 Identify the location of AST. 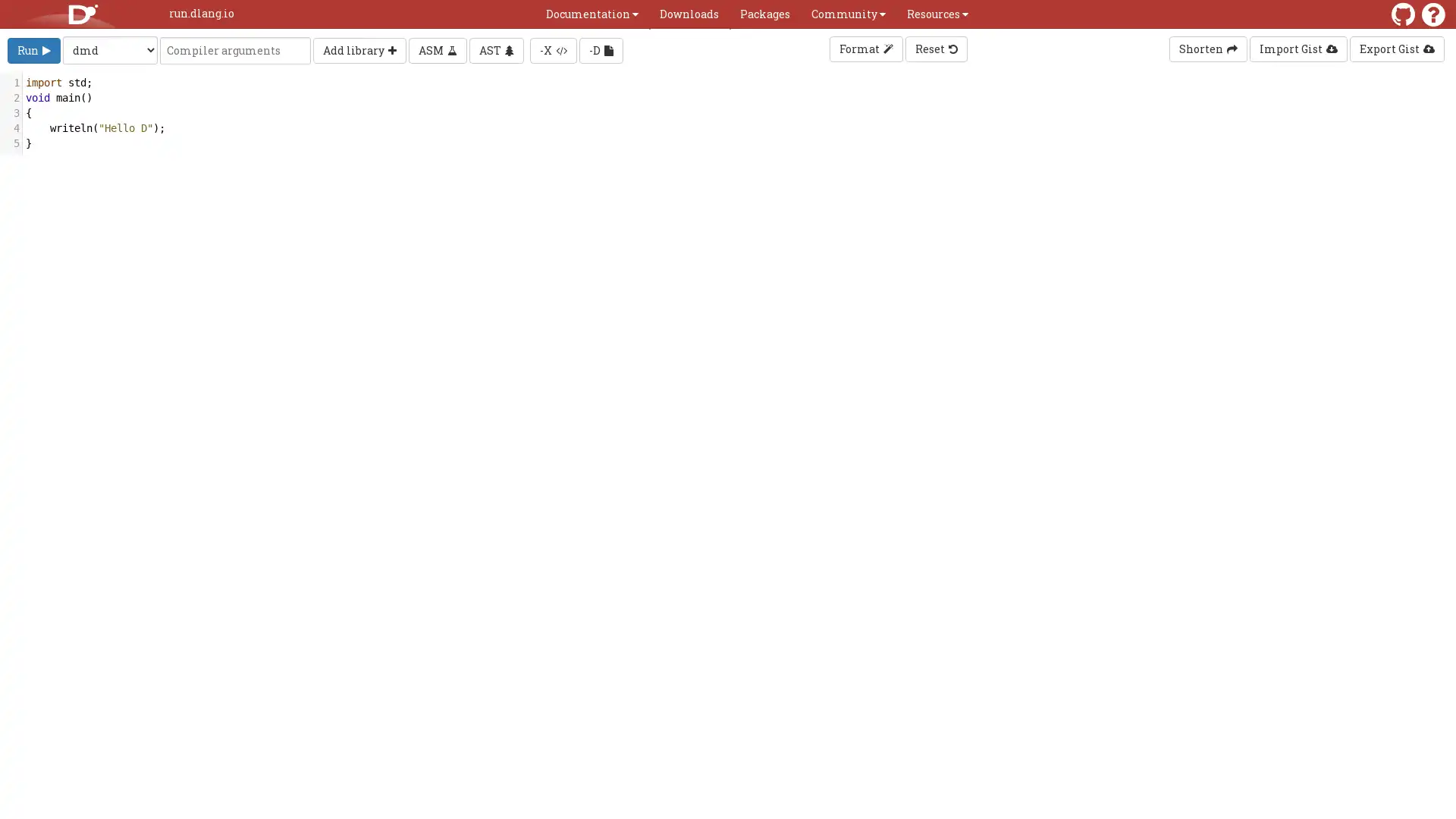
(496, 49).